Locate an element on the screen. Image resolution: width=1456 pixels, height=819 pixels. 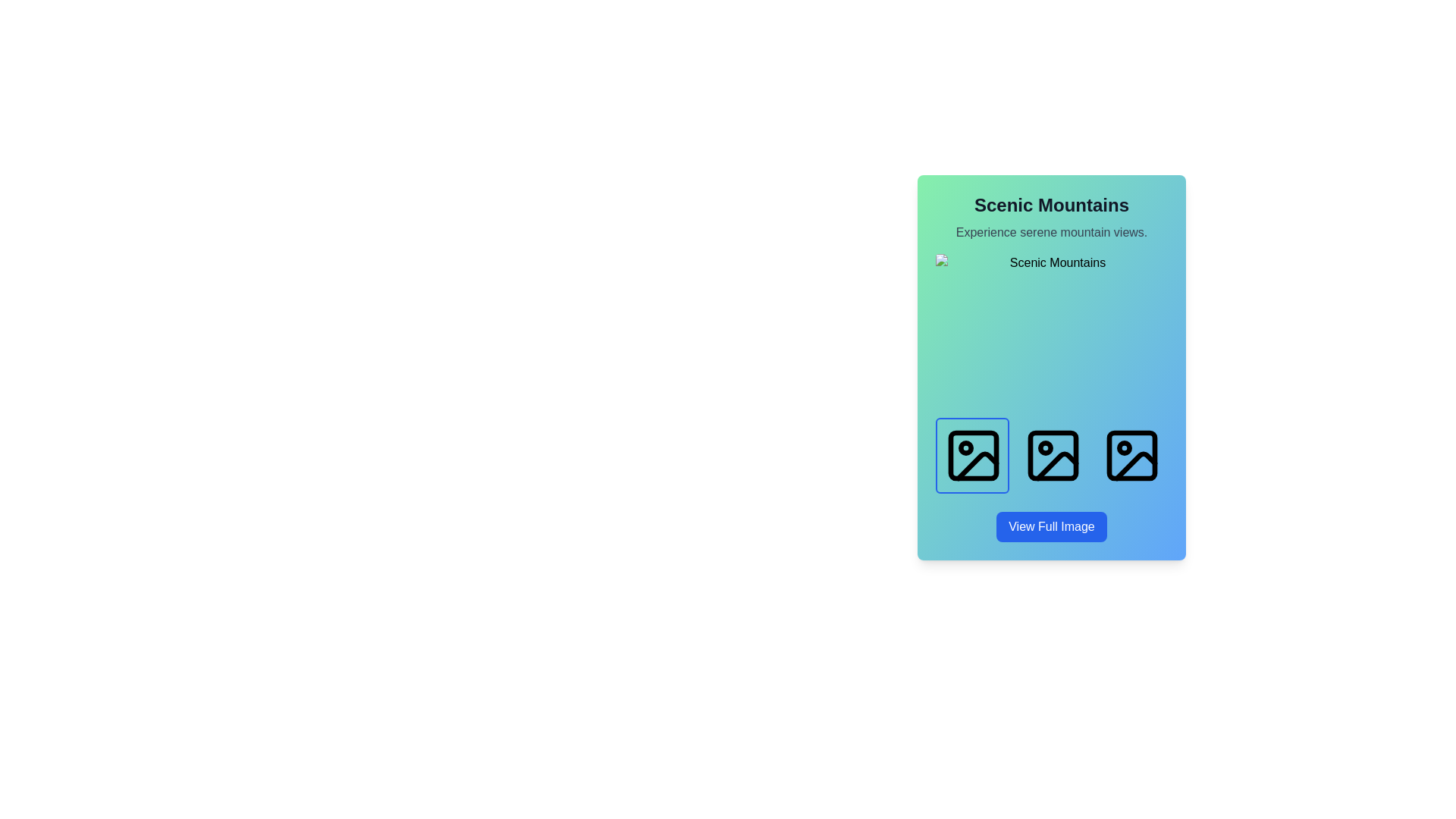
the button located at the bottom of a rectangular card with a gradient background is located at coordinates (1051, 526).